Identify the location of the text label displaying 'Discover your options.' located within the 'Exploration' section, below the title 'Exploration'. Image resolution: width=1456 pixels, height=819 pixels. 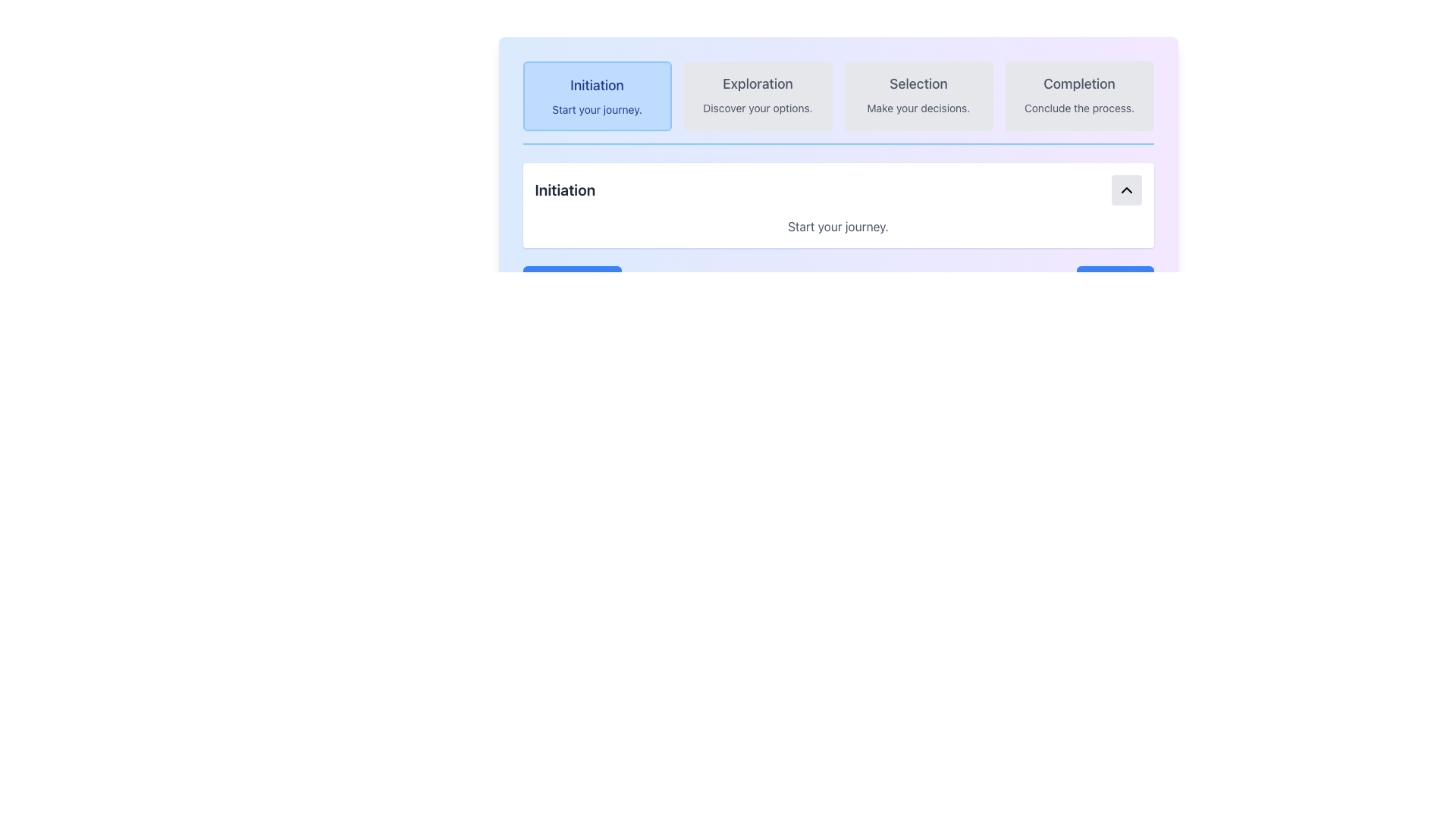
(758, 107).